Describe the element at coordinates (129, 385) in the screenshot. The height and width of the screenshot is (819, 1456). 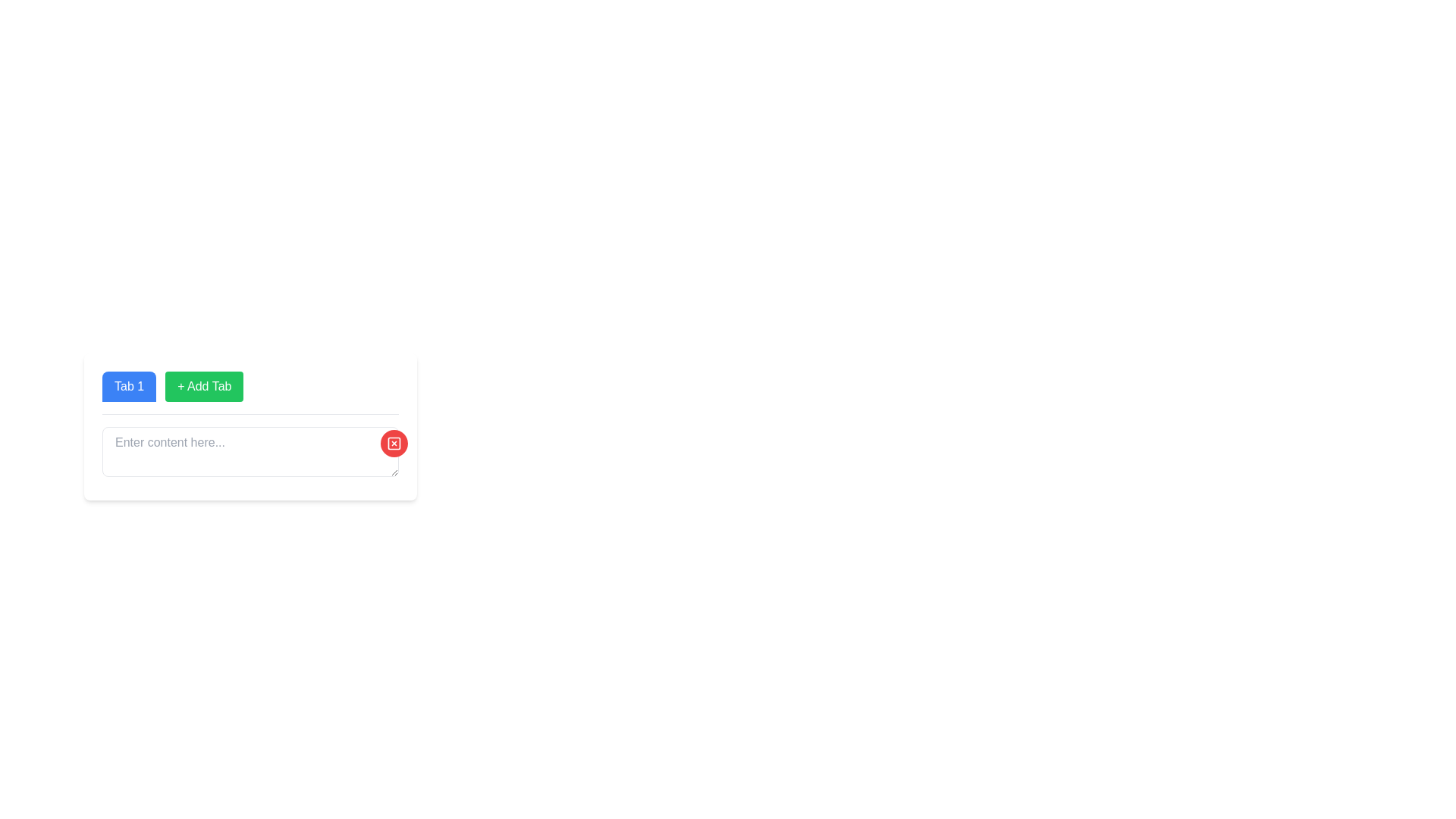
I see `the blue button labeled 'Tab 1'` at that location.